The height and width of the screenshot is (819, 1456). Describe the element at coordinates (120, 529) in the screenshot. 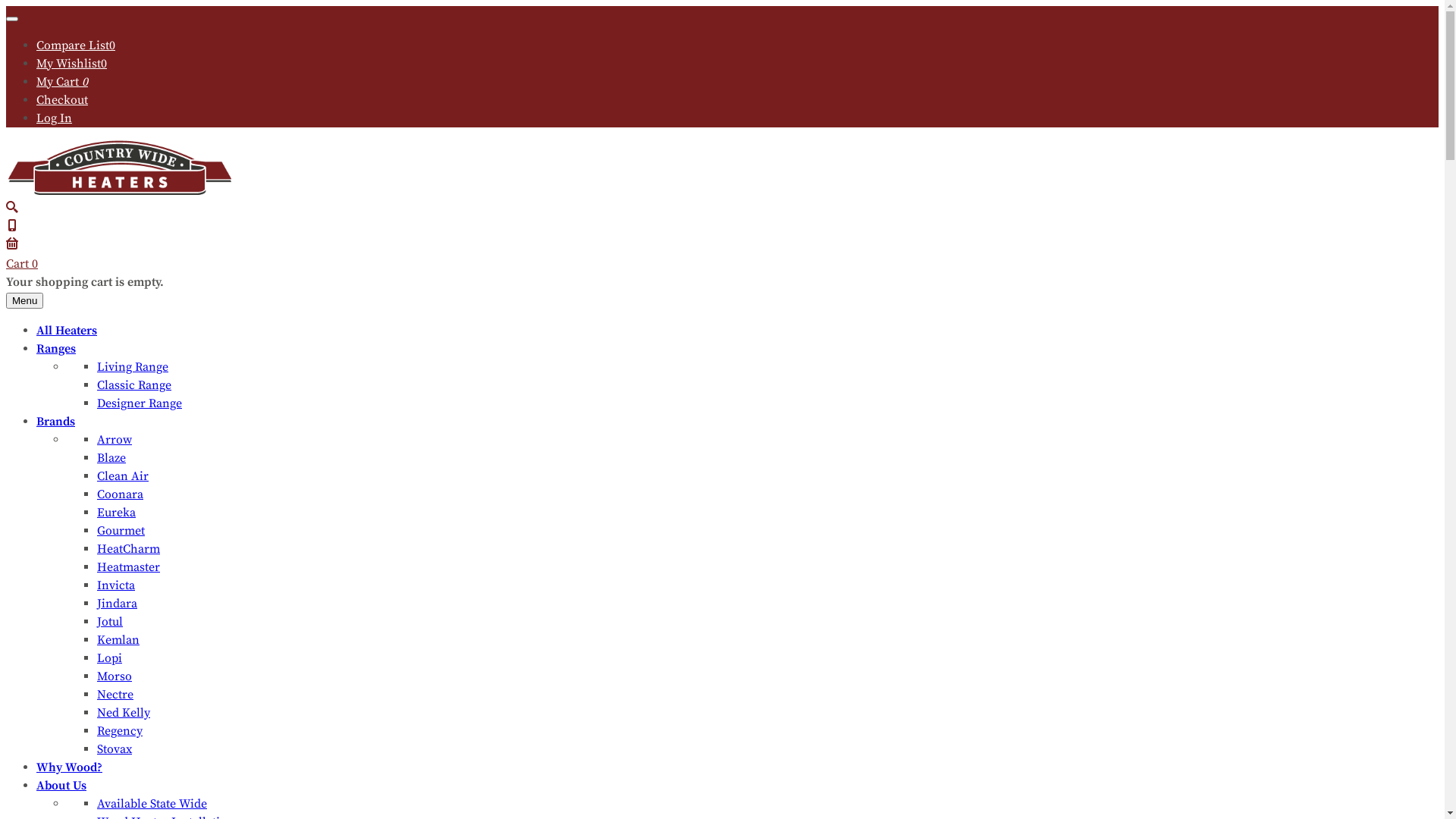

I see `'Gourmet'` at that location.